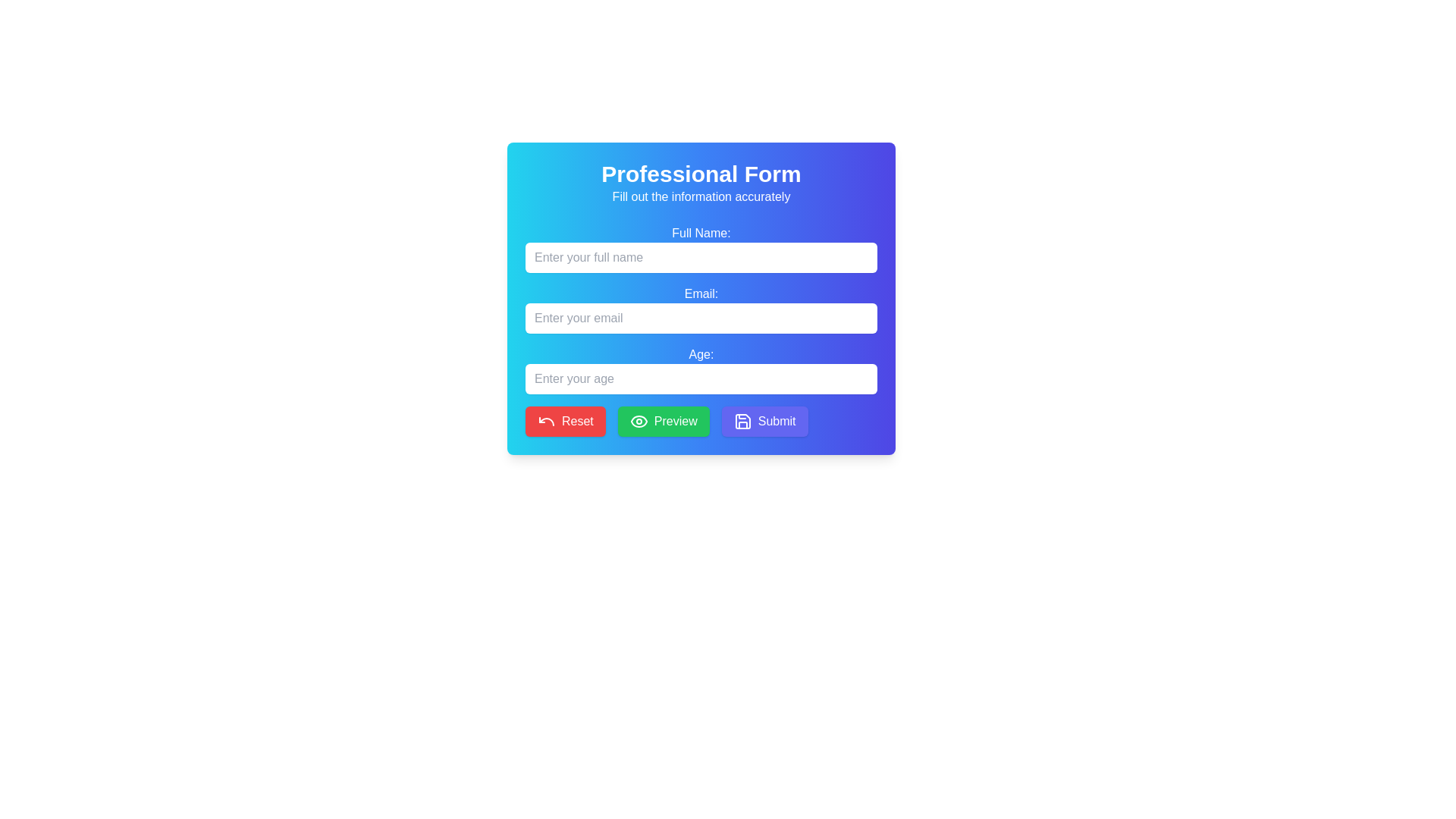  What do you see at coordinates (564, 421) in the screenshot?
I see `the Reset button located at the bottom of the form to clear or reset the input fields` at bounding box center [564, 421].